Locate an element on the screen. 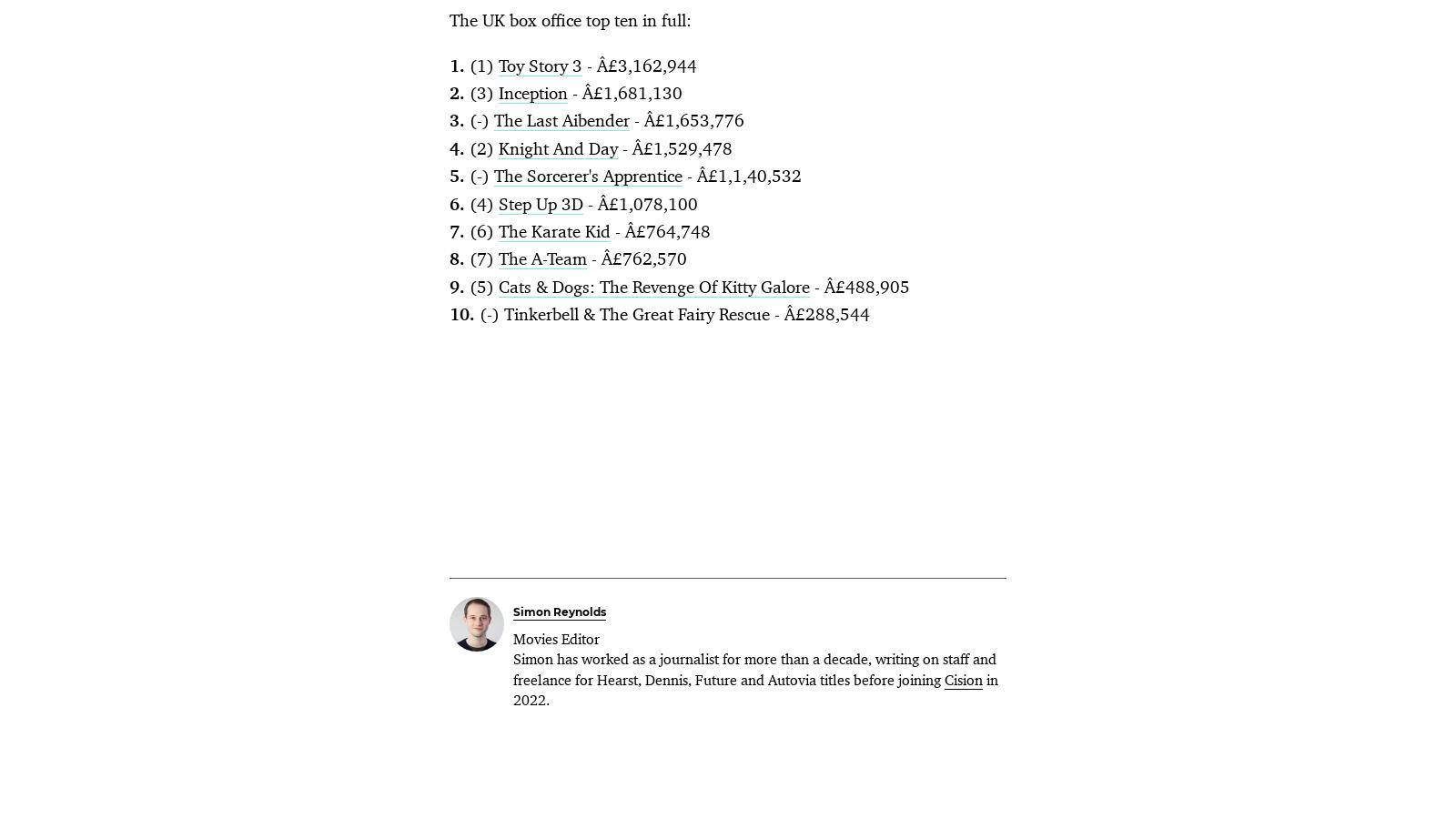 The width and height of the screenshot is (1456, 839). 'Doctor Who' is located at coordinates (507, 320).